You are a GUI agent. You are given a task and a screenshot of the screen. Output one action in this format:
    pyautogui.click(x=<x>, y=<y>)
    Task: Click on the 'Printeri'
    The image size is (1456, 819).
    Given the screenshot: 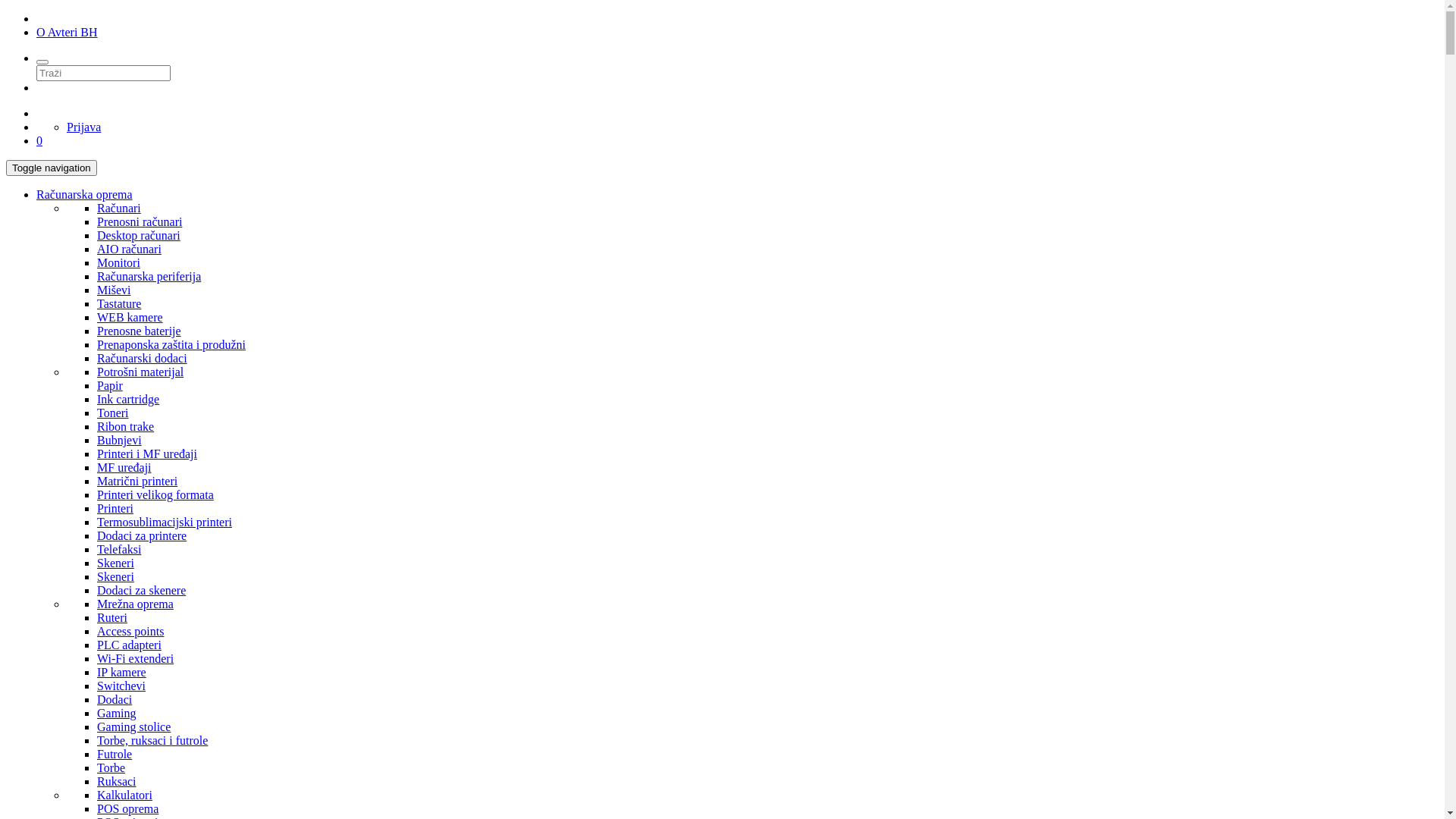 What is the action you would take?
    pyautogui.click(x=115, y=508)
    